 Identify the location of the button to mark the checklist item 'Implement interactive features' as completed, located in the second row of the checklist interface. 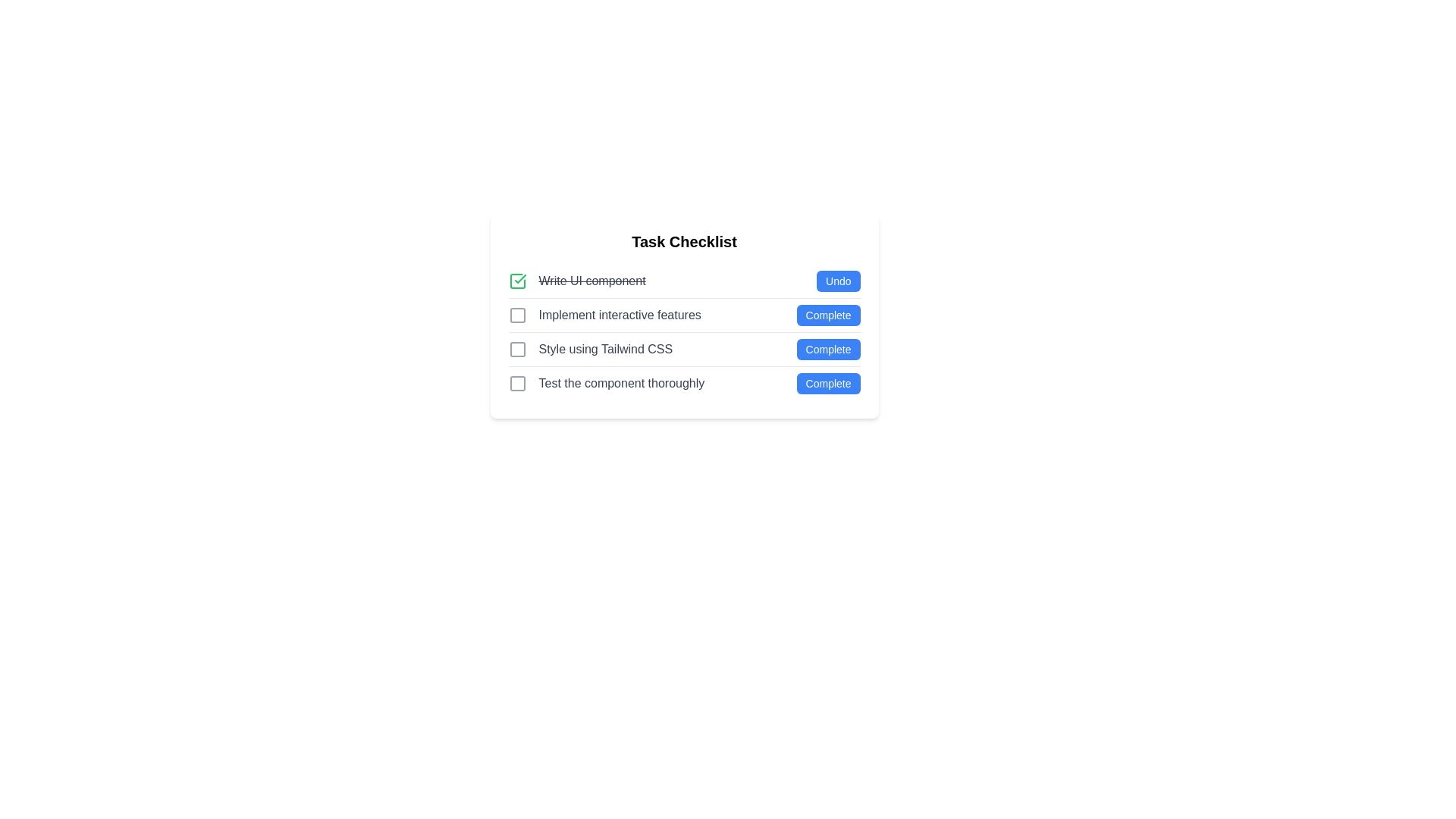
(827, 315).